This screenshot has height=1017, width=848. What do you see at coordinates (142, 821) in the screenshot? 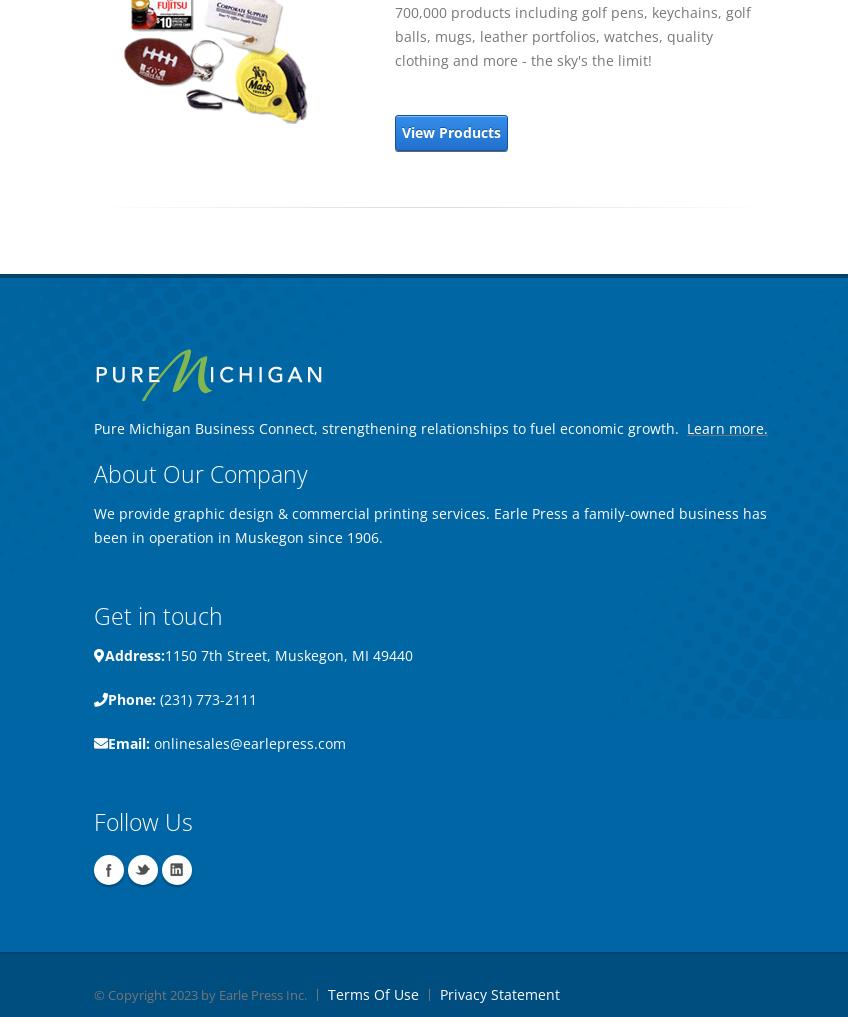
I see `'Follow Us'` at bounding box center [142, 821].